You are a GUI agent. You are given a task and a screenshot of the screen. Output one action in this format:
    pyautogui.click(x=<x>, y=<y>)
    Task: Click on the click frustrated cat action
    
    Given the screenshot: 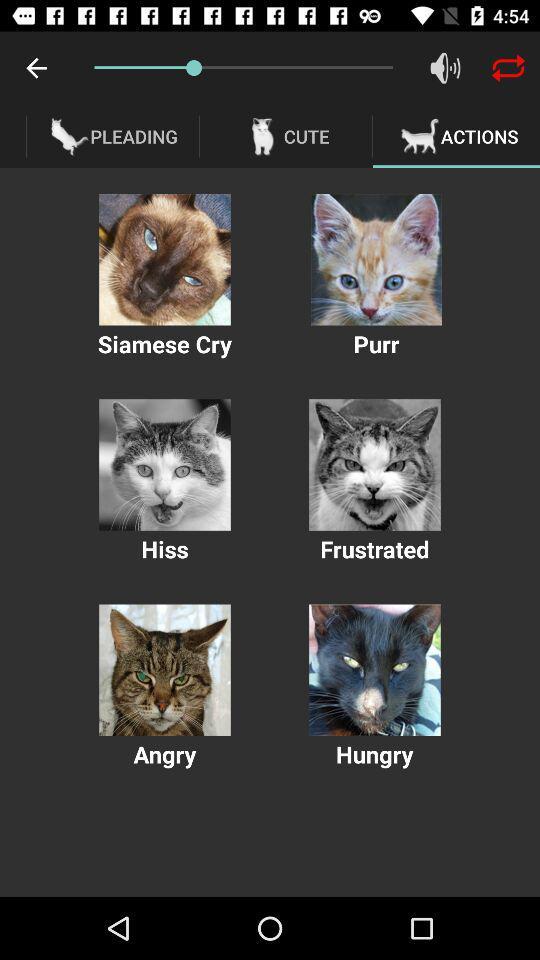 What is the action you would take?
    pyautogui.click(x=374, y=465)
    